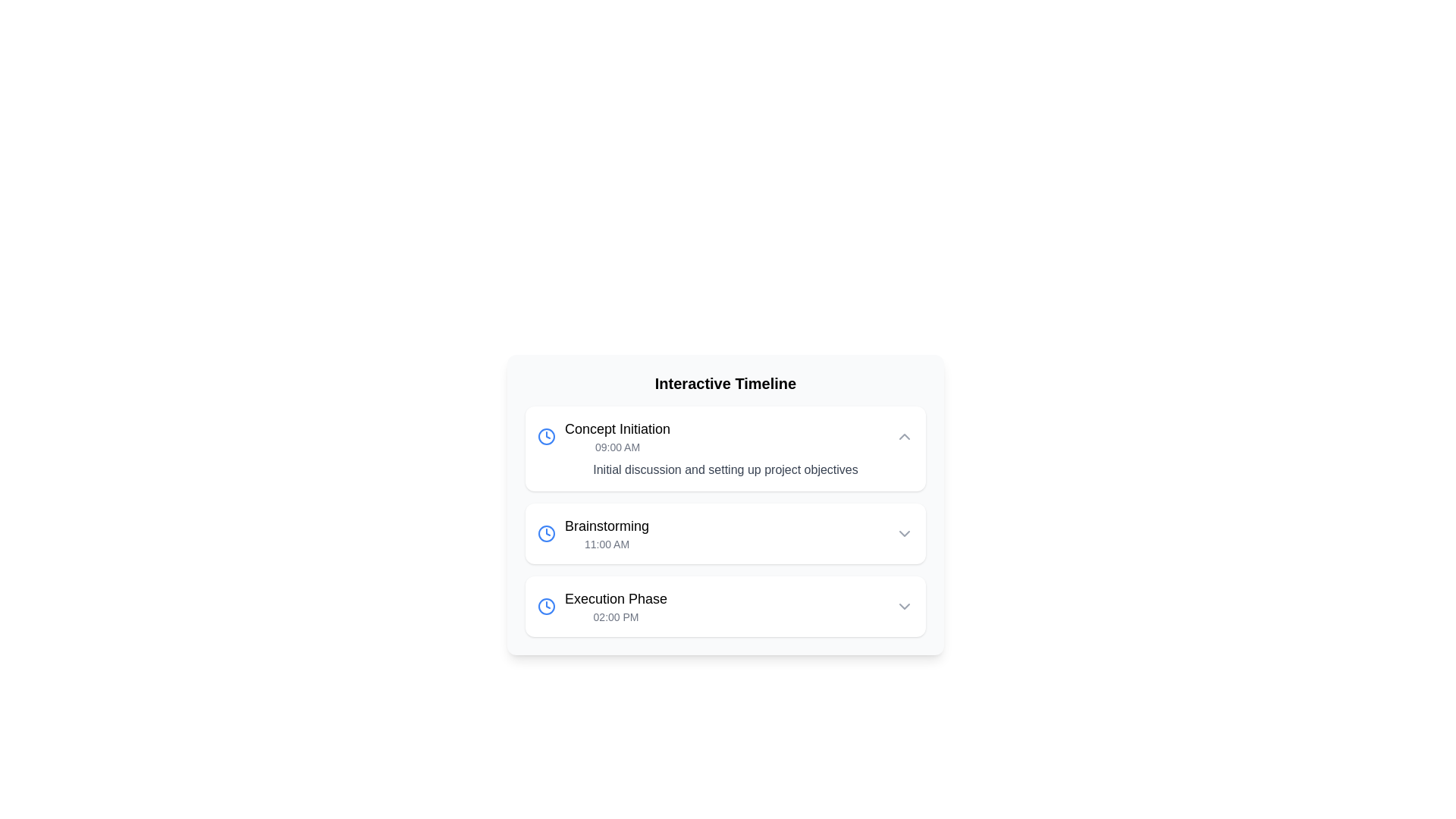 Image resolution: width=1456 pixels, height=819 pixels. What do you see at coordinates (607, 533) in the screenshot?
I see `the text label displaying 'Brainstorming' and '11:00 AM', which is the second item in the timeline interface, positioned between 'Concept Initiation' and 'Execution Phase'` at bounding box center [607, 533].